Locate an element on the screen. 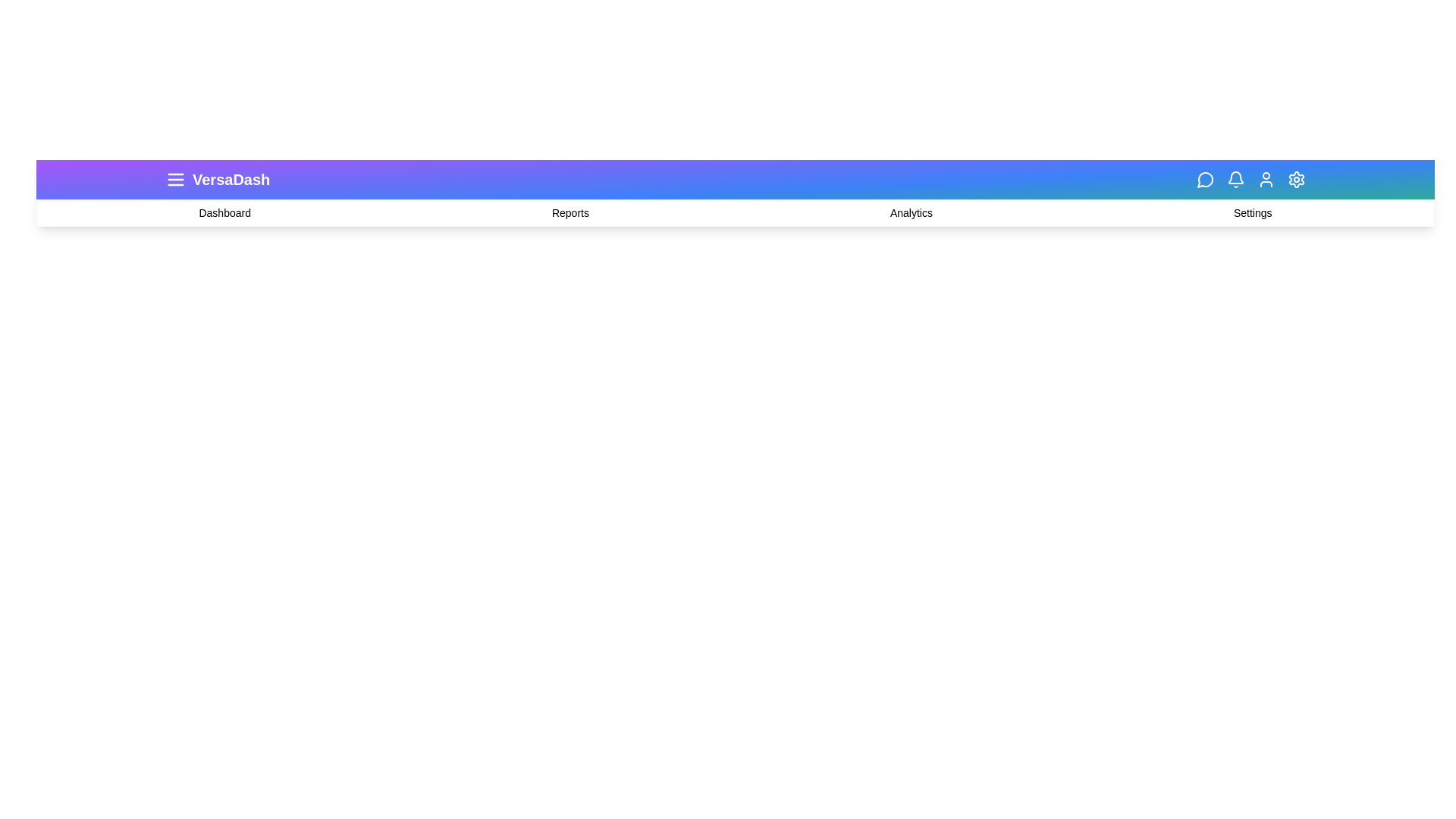 The image size is (1456, 819). the 'MessageCircle' icon to interact with it is located at coordinates (1204, 178).